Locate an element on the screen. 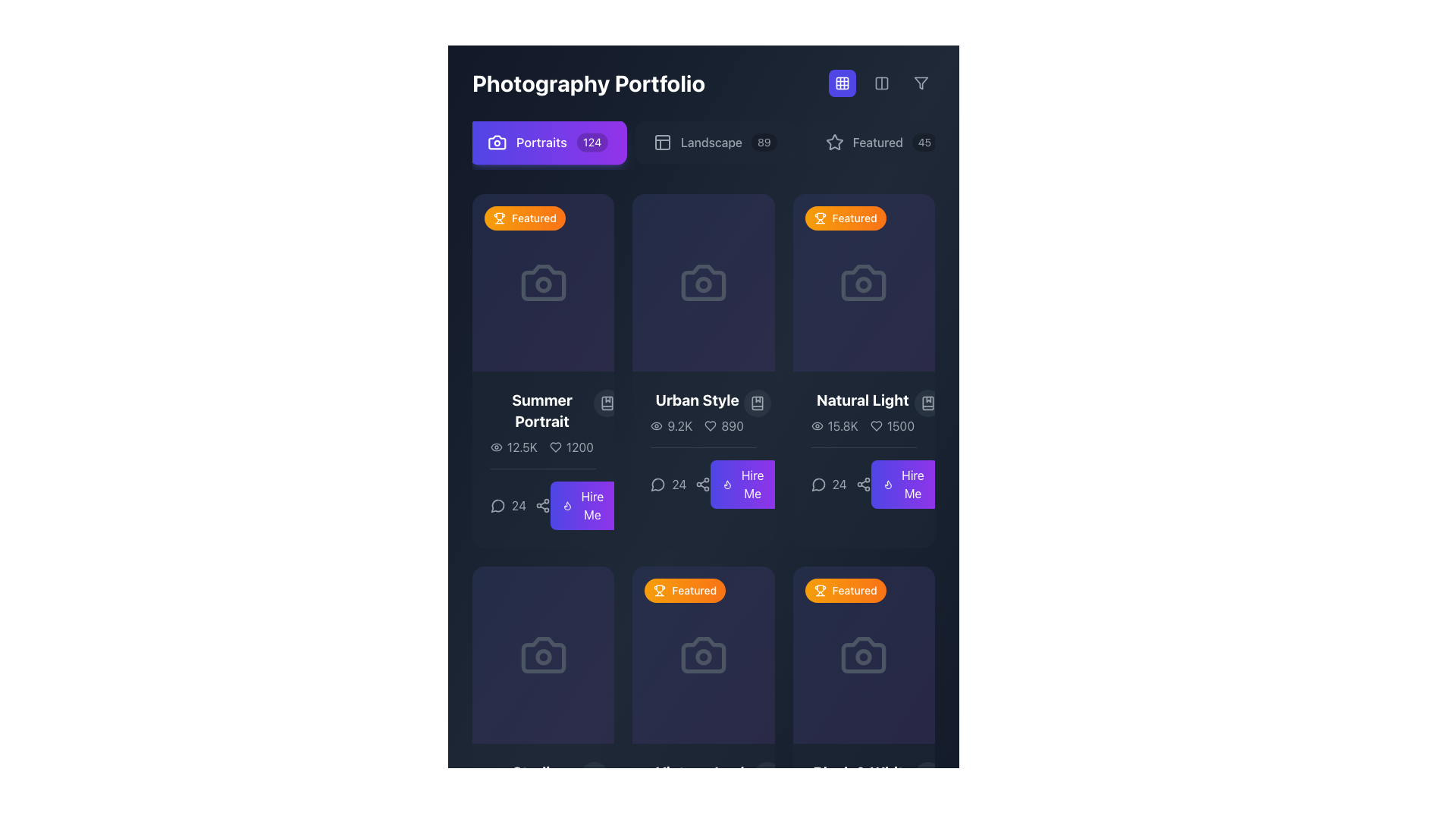  the numeric textual display reading '24', which is located at the bottom section of the second card in a card grid layout, positioned to the right of a chat bubble icon and to the left of a share icon is located at coordinates (678, 485).